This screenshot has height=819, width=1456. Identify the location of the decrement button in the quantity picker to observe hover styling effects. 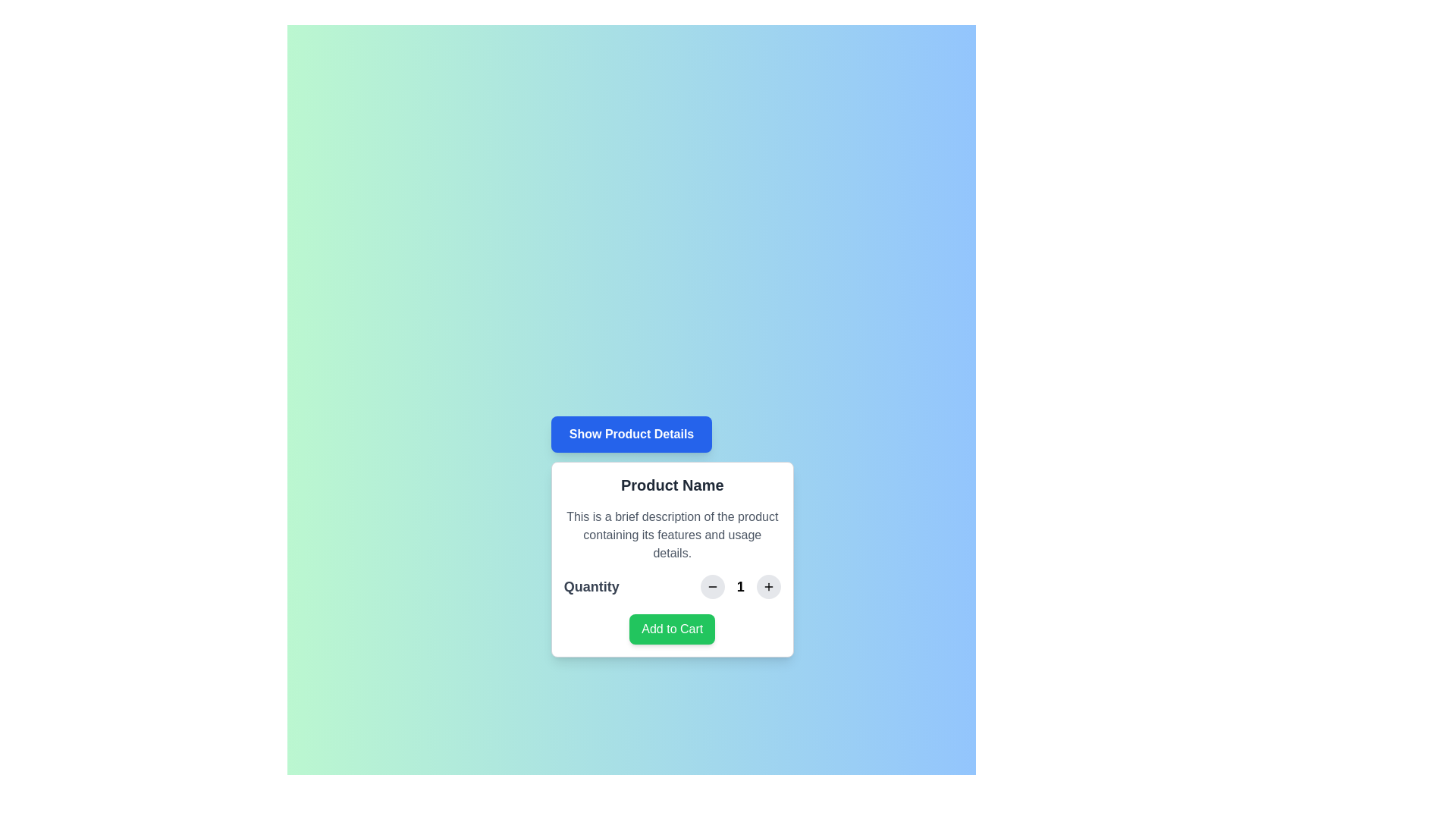
(711, 586).